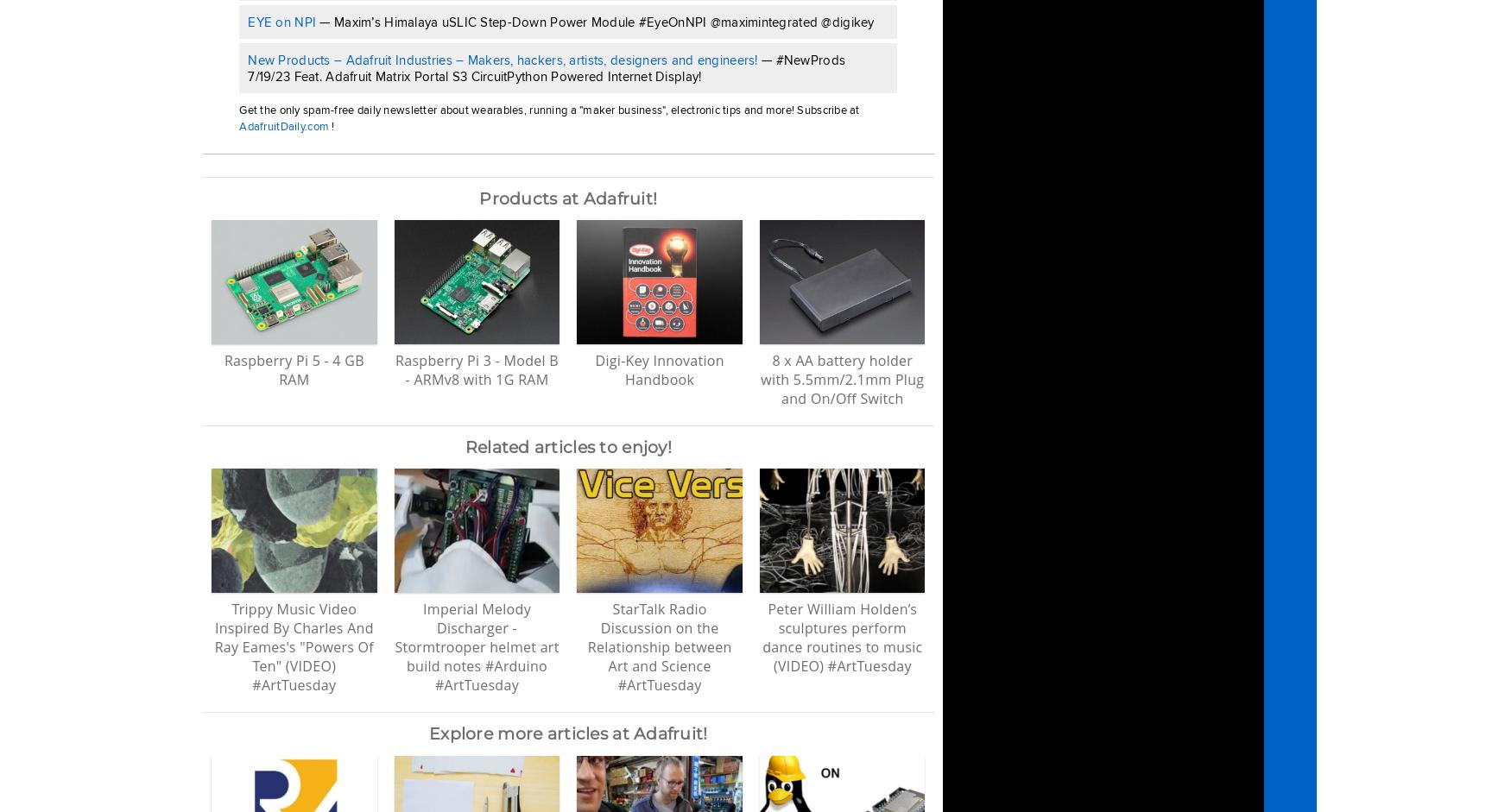  What do you see at coordinates (842, 636) in the screenshot?
I see `'Peter William Holden’s sculptures perform dance routines to music (VIDEO) #ArtTuesday'` at bounding box center [842, 636].